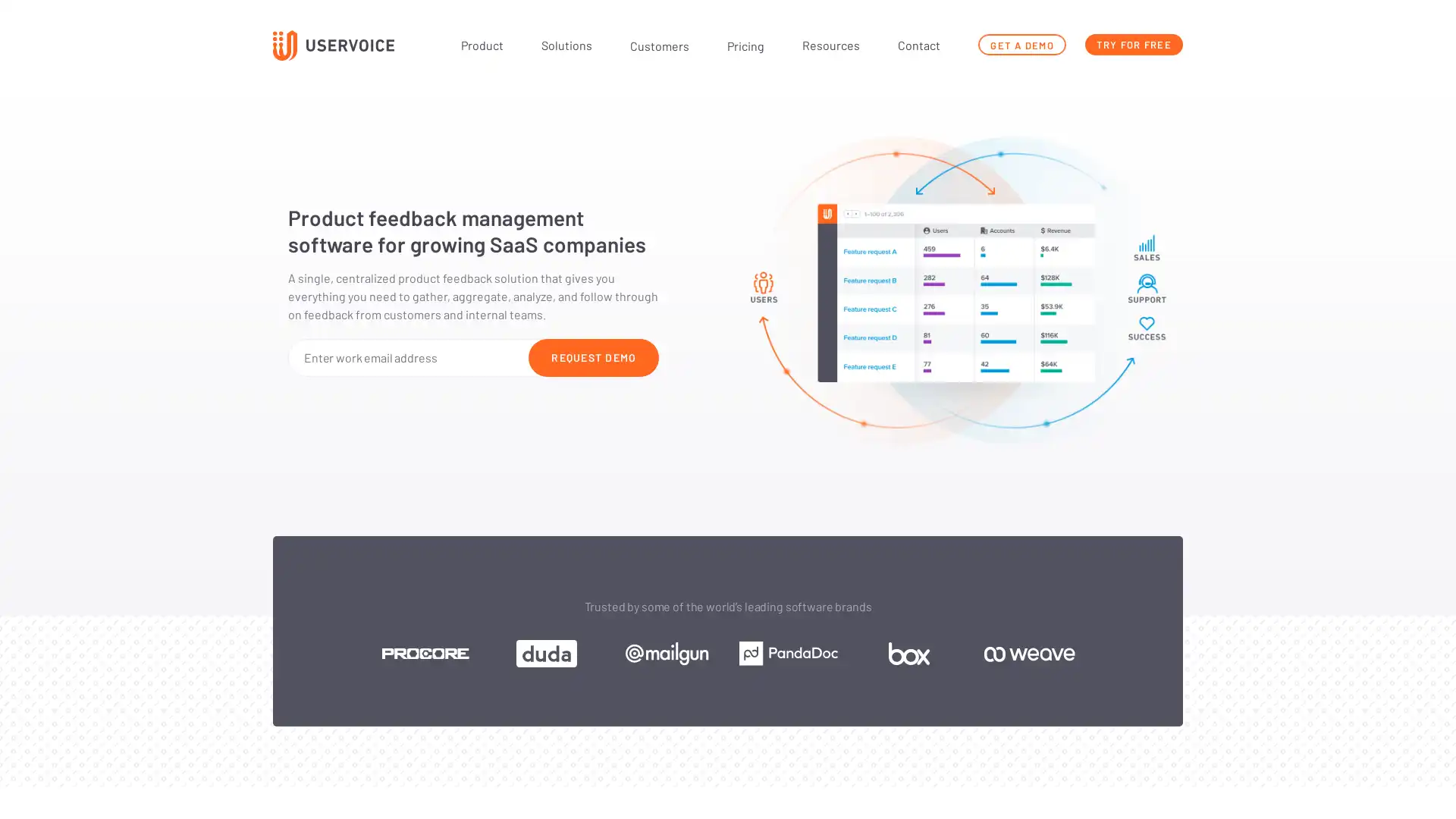 The image size is (1456, 819). Describe the element at coordinates (592, 356) in the screenshot. I see `Request Demo` at that location.